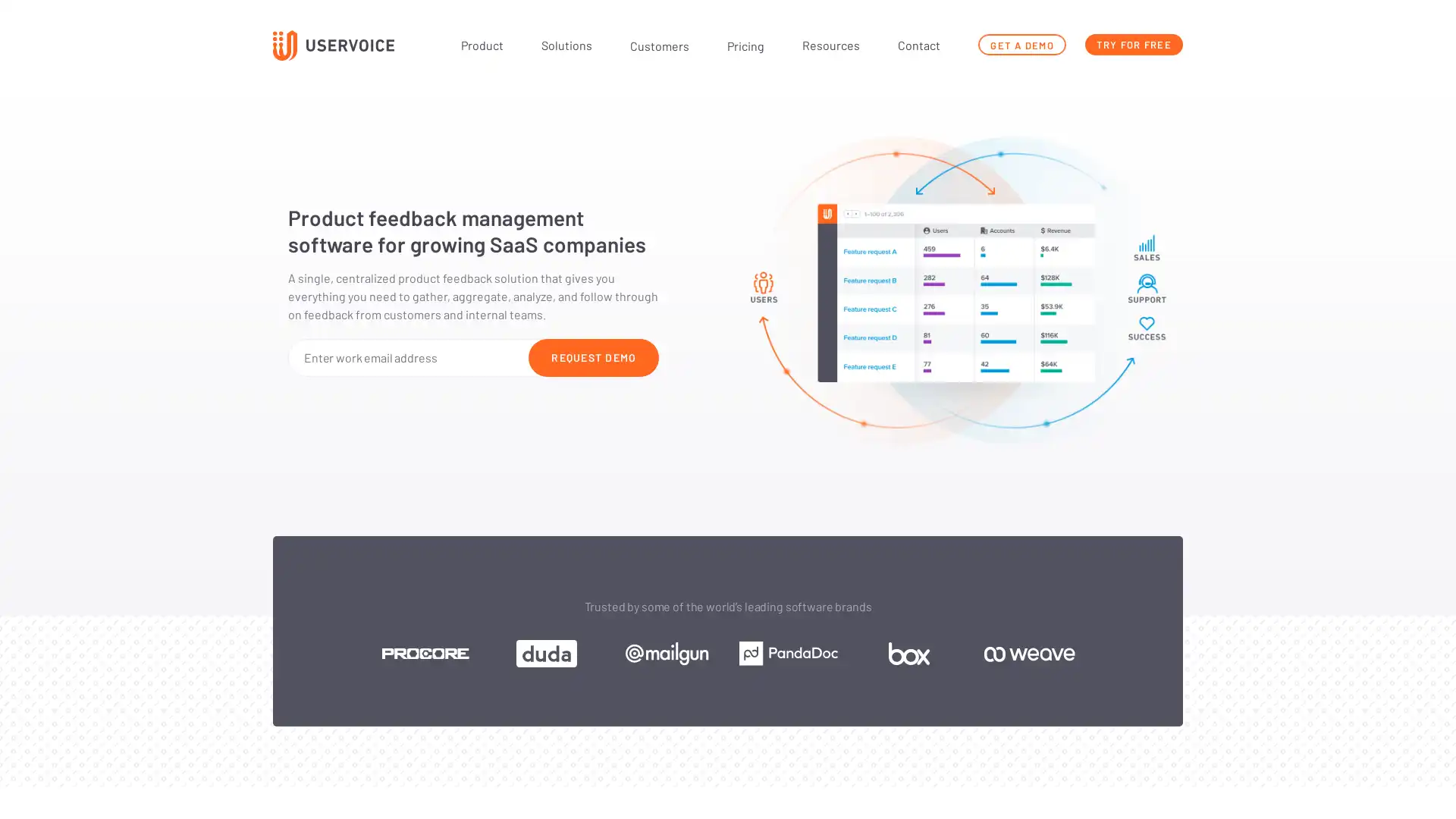 The image size is (1456, 819). Describe the element at coordinates (592, 356) in the screenshot. I see `Request Demo` at that location.